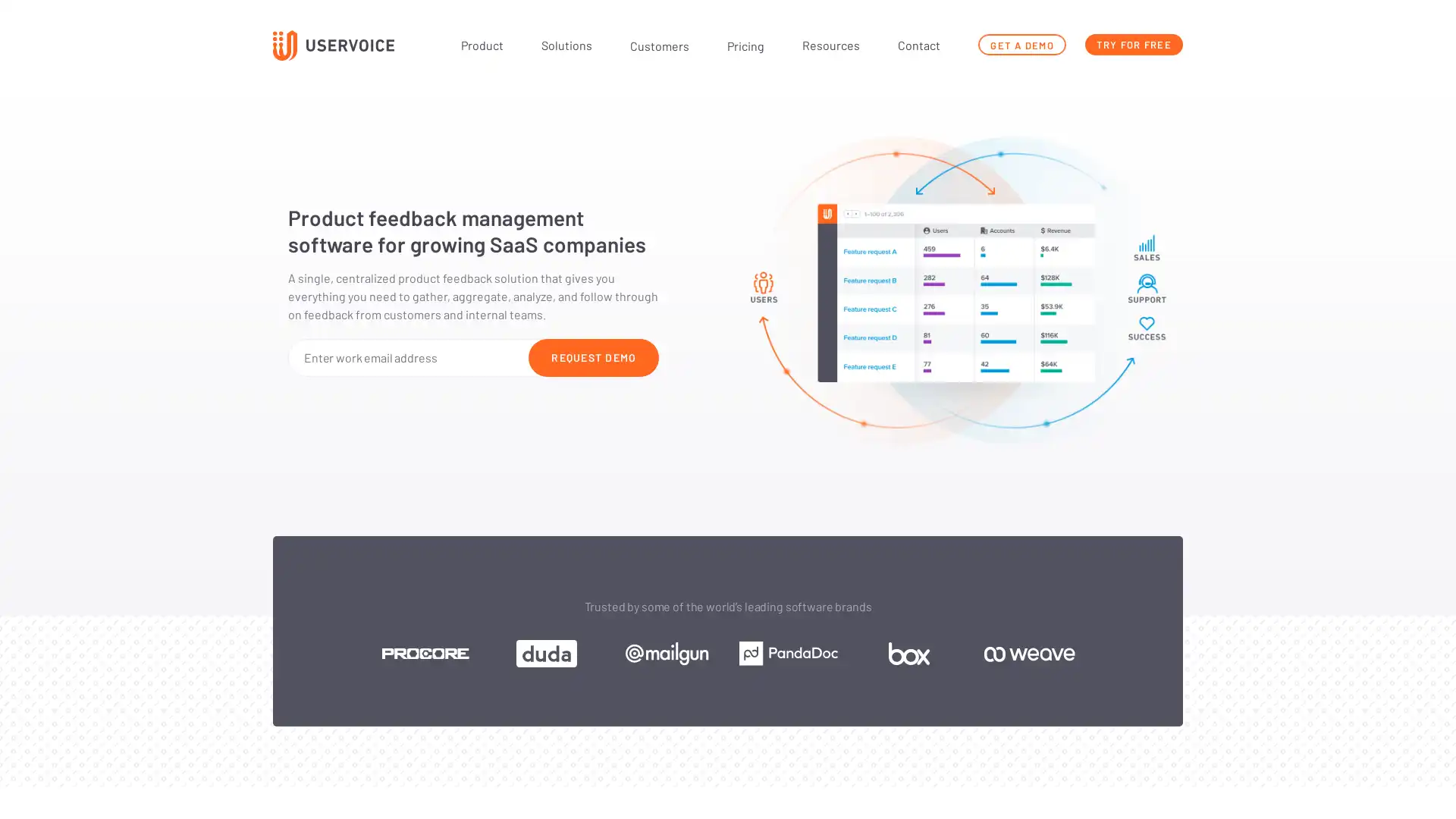 The image size is (1456, 819). Describe the element at coordinates (592, 356) in the screenshot. I see `Request Demo` at that location.